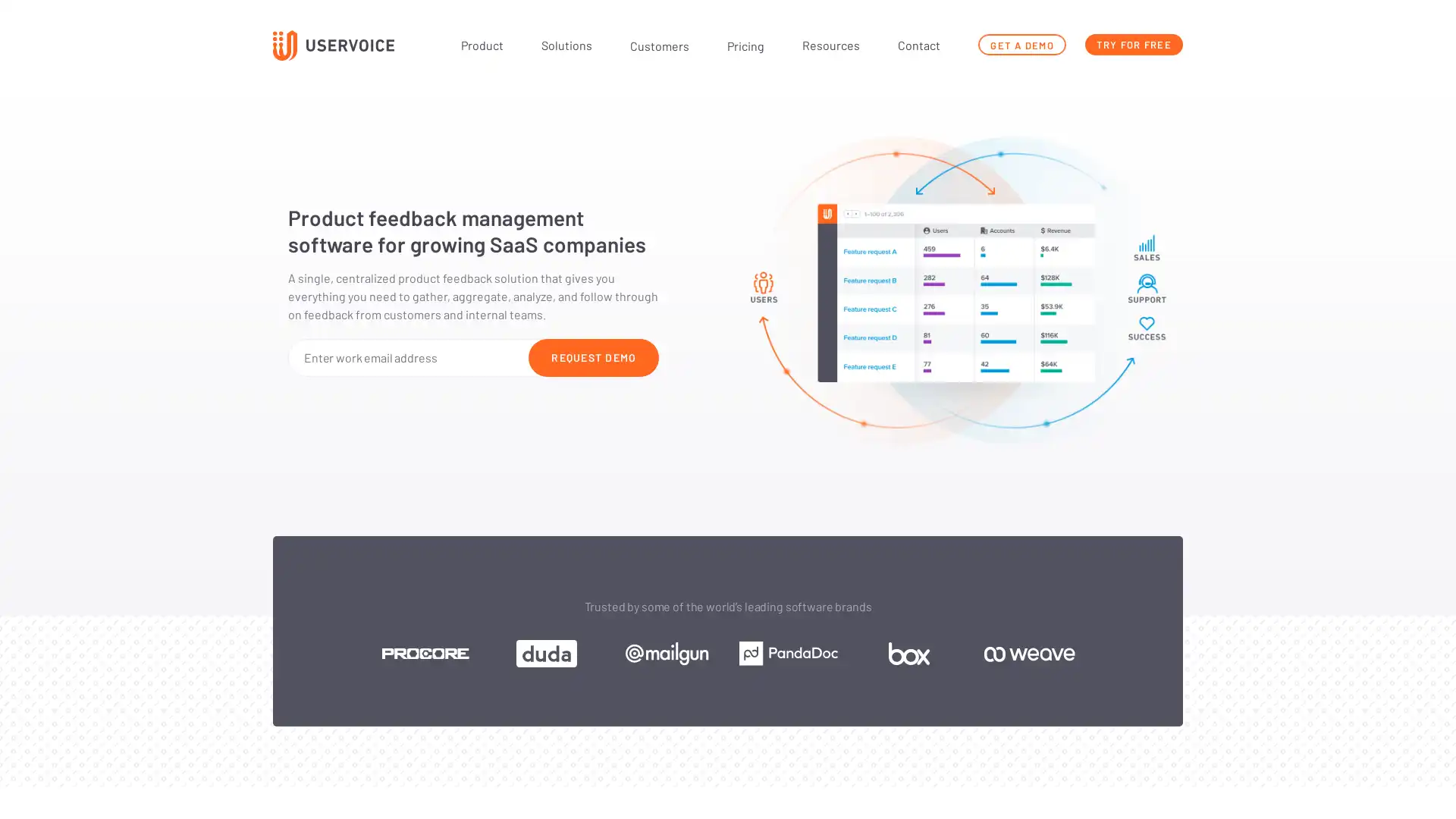 The image size is (1456, 819). Describe the element at coordinates (592, 356) in the screenshot. I see `Request Demo` at that location.